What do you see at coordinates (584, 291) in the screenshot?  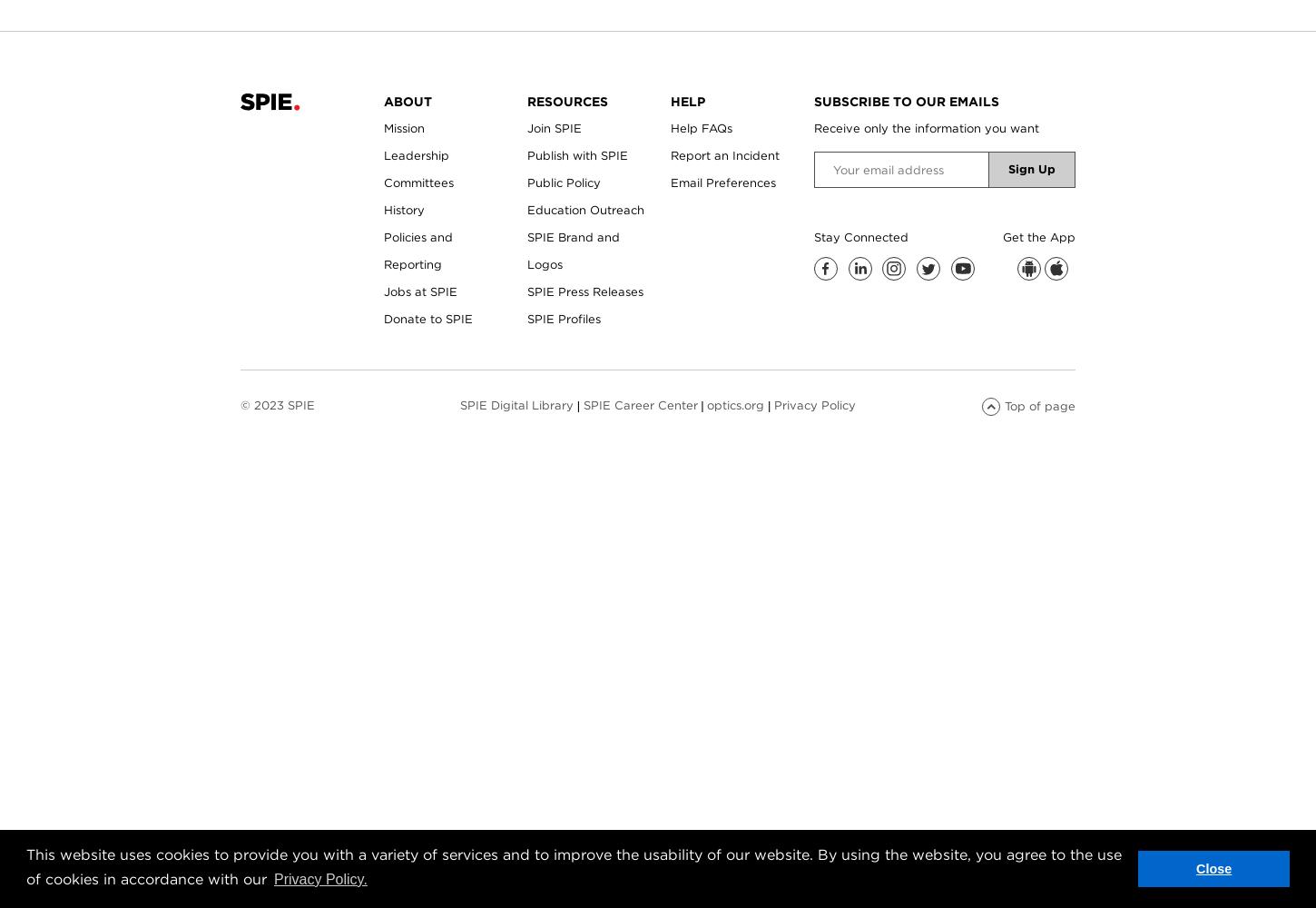 I see `'SPIE Press Releases'` at bounding box center [584, 291].